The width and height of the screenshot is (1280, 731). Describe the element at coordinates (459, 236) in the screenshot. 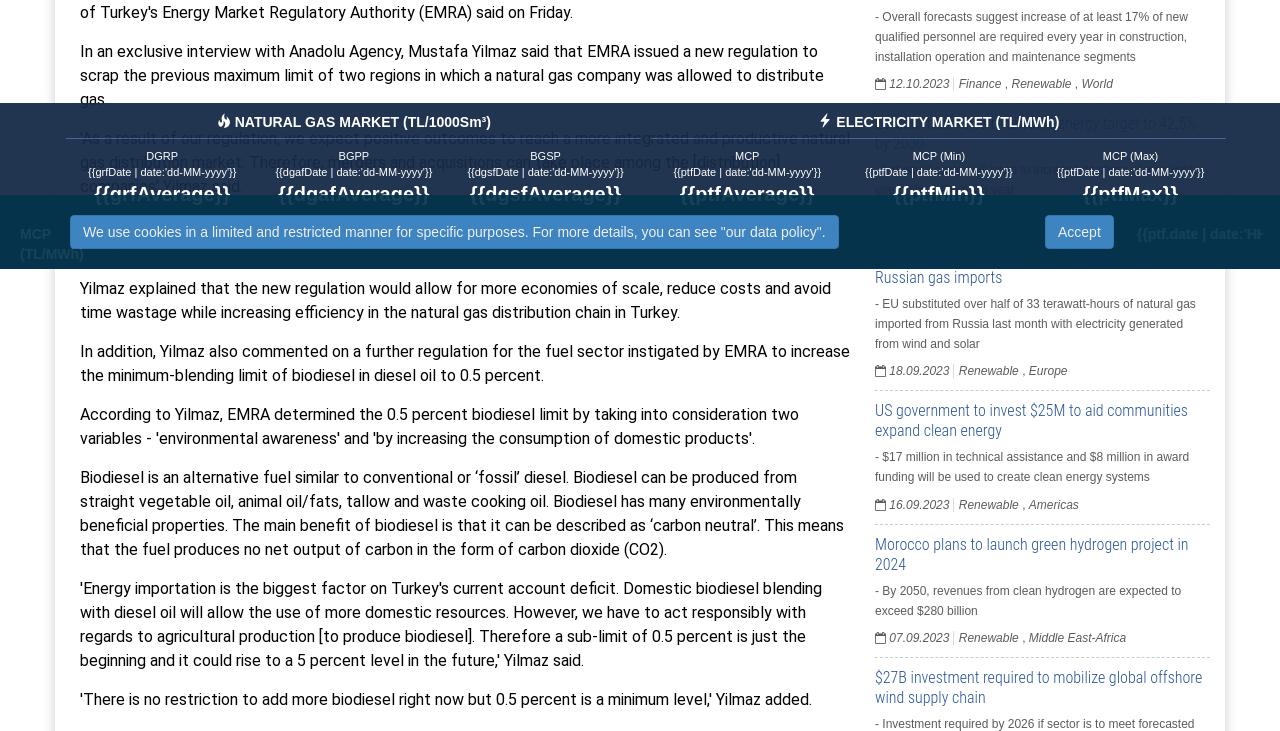

I see `'According to EMRA's data, 68 natural gas companies distribute natural gas to 12.4 million subscribers across Turkey.'` at that location.